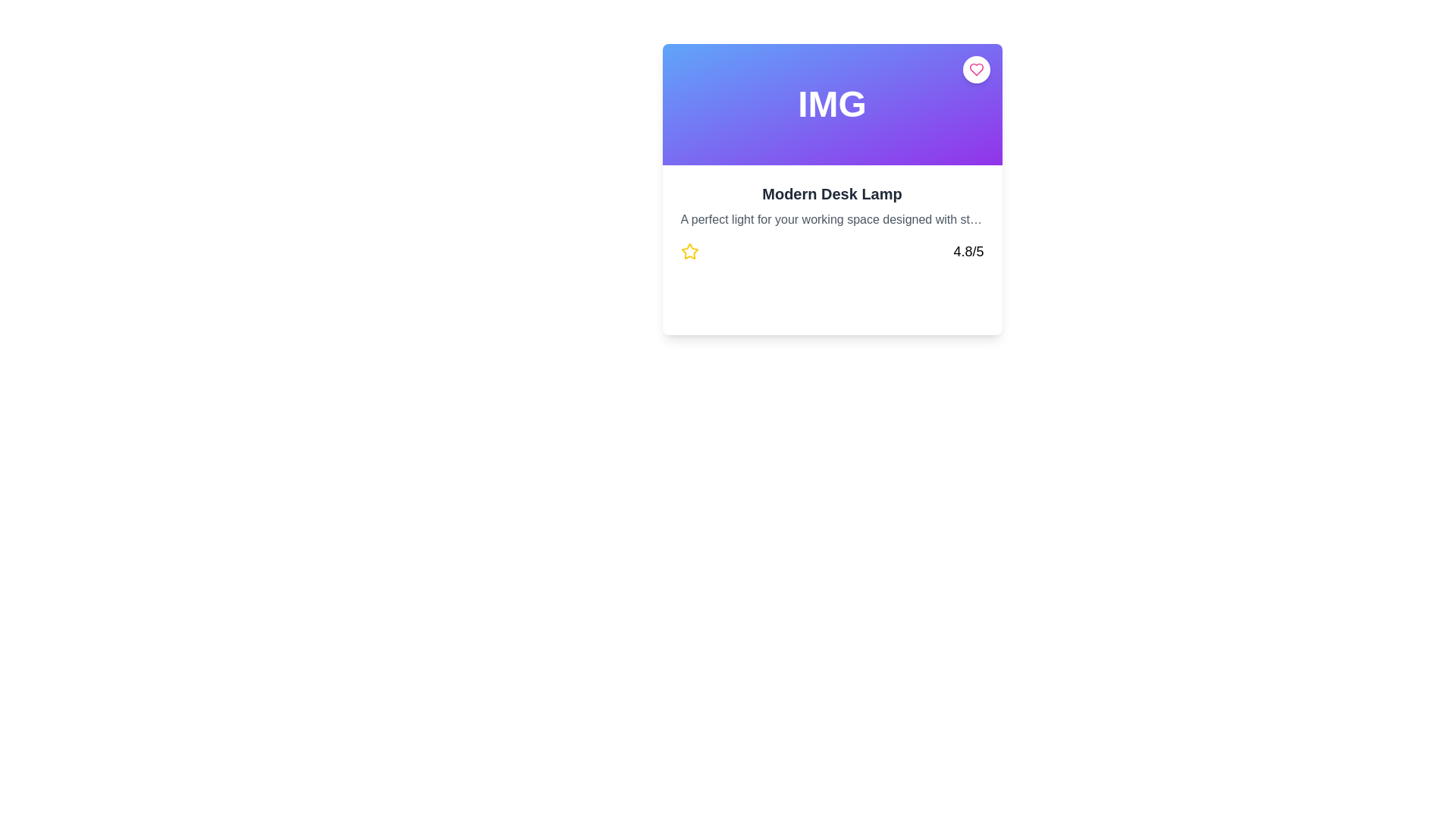 Image resolution: width=1456 pixels, height=819 pixels. Describe the element at coordinates (976, 70) in the screenshot. I see `the heart-shaped pink icon located in the top-right corner of the card component to mark it as favorite or like` at that location.